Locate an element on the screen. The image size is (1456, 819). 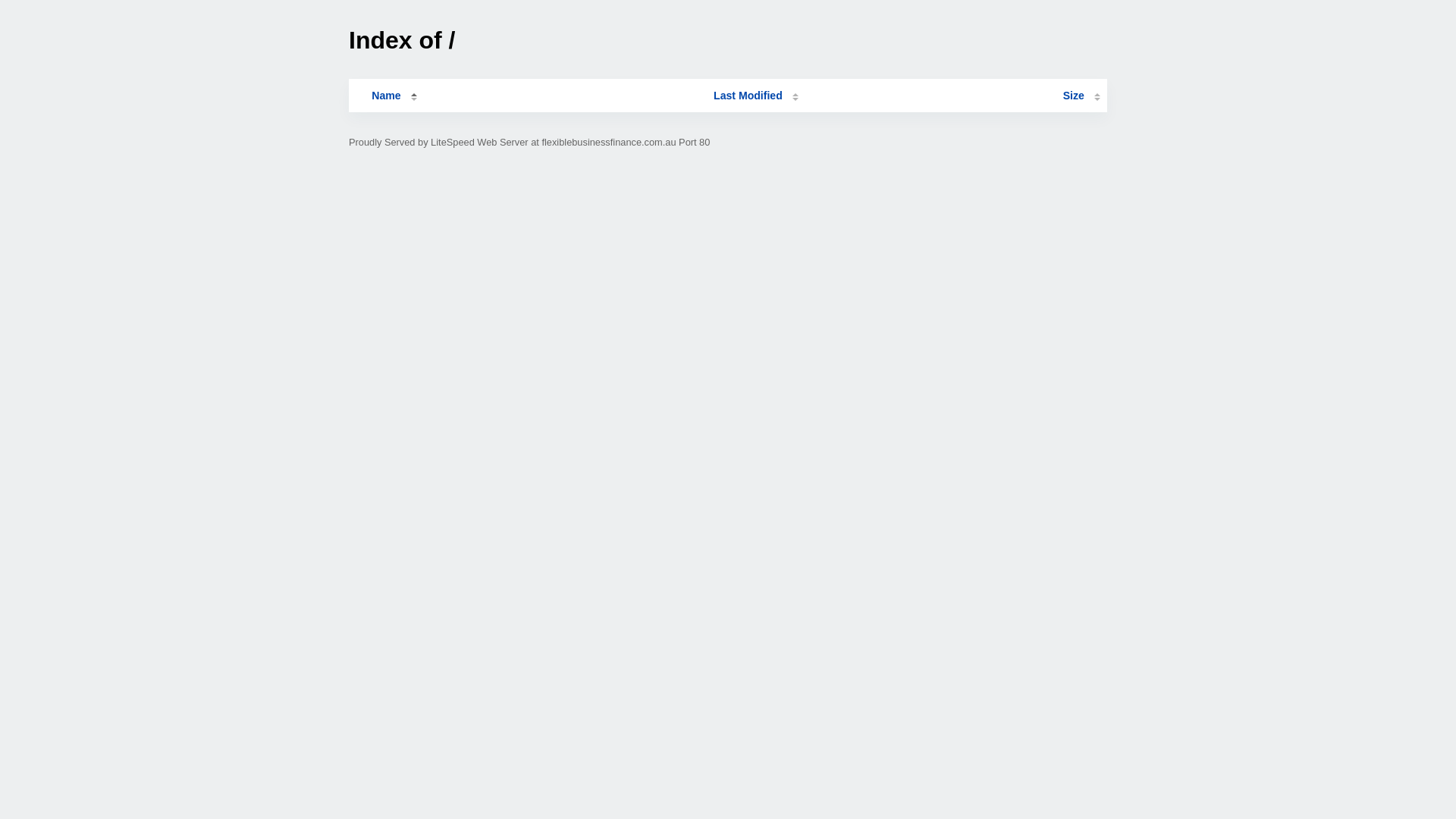
'Size' is located at coordinates (1081, 96).